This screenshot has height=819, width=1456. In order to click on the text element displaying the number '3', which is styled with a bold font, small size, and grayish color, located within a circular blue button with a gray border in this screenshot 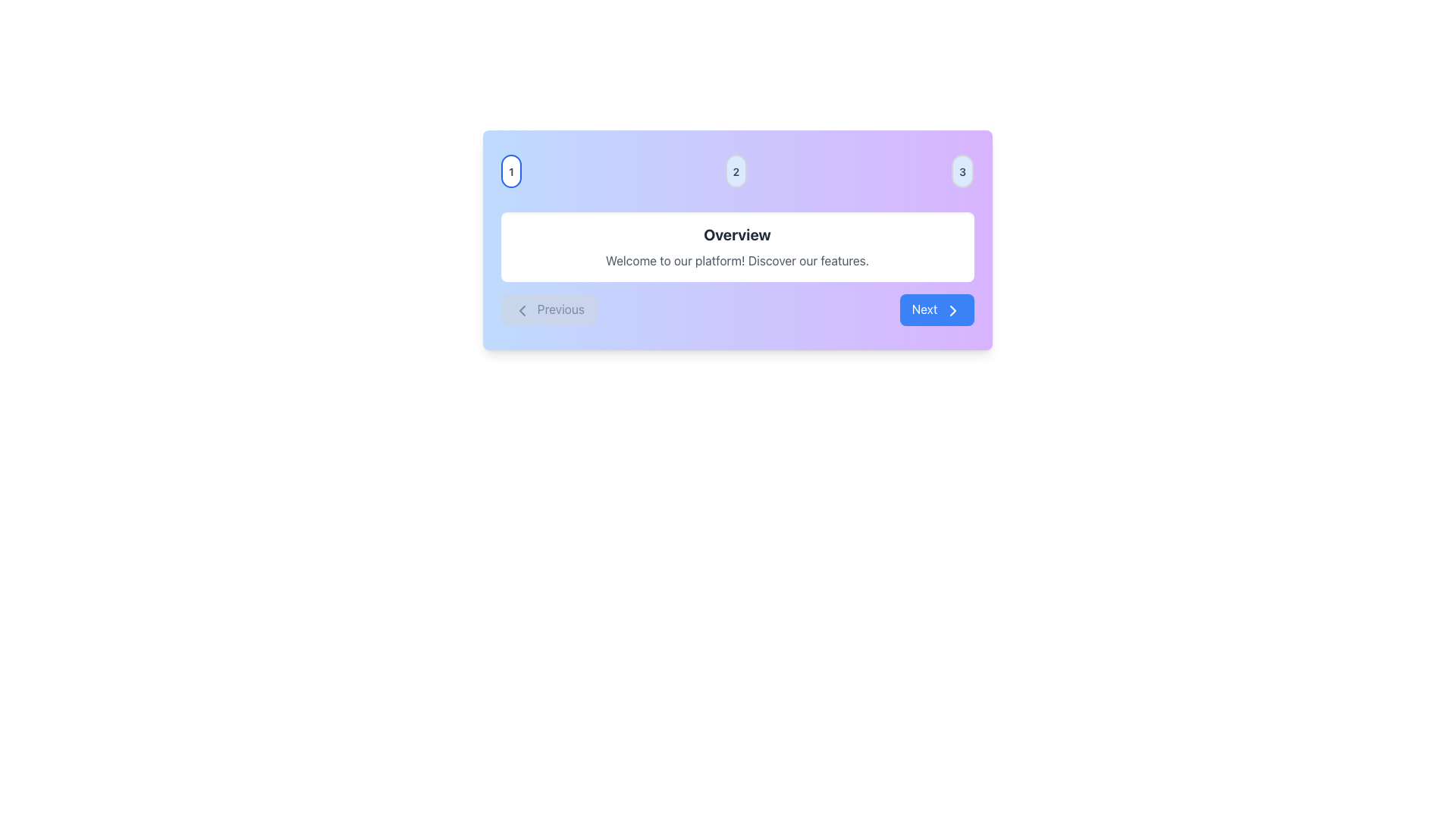, I will do `click(962, 171)`.